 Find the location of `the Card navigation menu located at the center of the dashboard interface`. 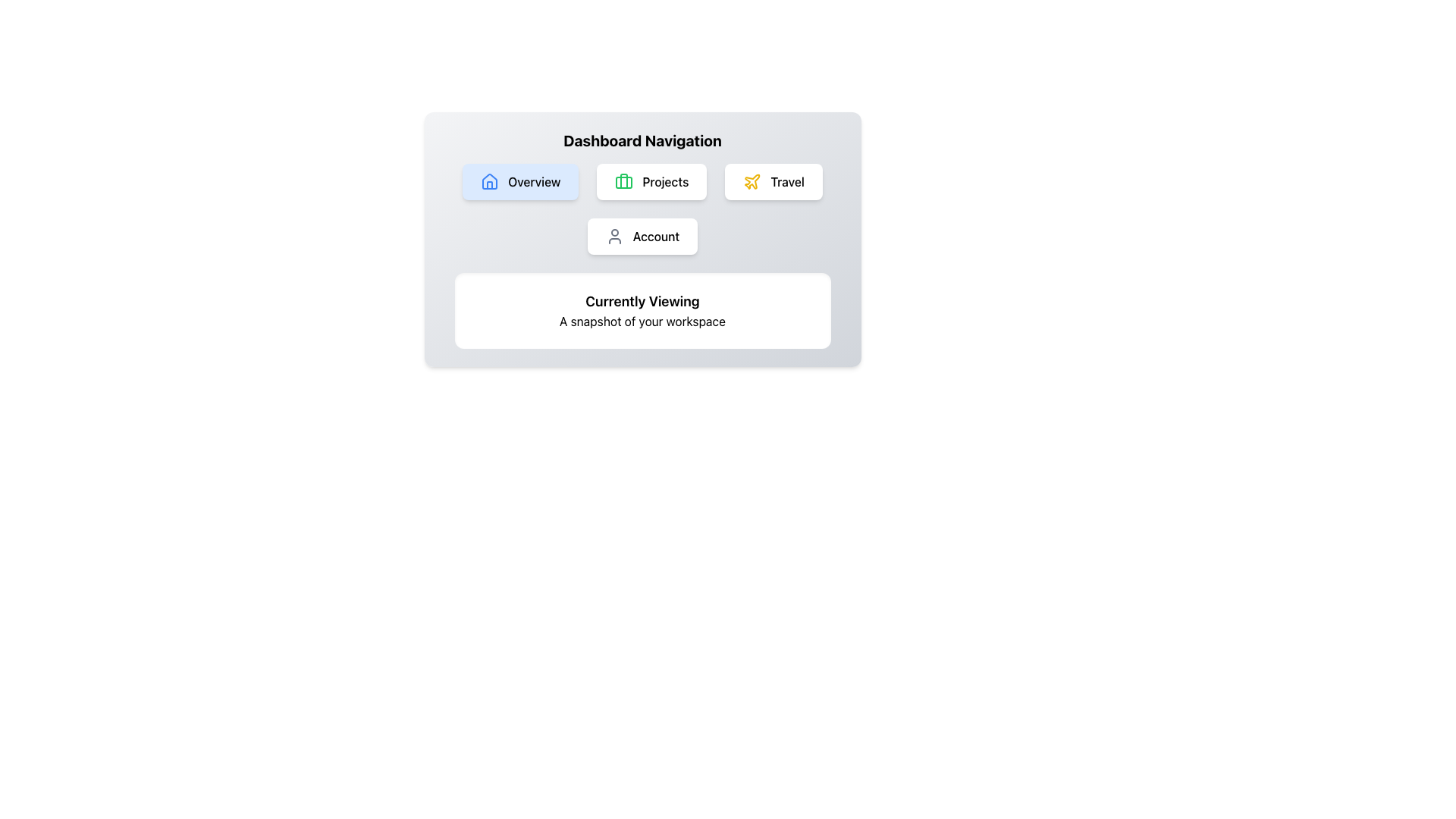

the Card navigation menu located at the center of the dashboard interface is located at coordinates (642, 239).